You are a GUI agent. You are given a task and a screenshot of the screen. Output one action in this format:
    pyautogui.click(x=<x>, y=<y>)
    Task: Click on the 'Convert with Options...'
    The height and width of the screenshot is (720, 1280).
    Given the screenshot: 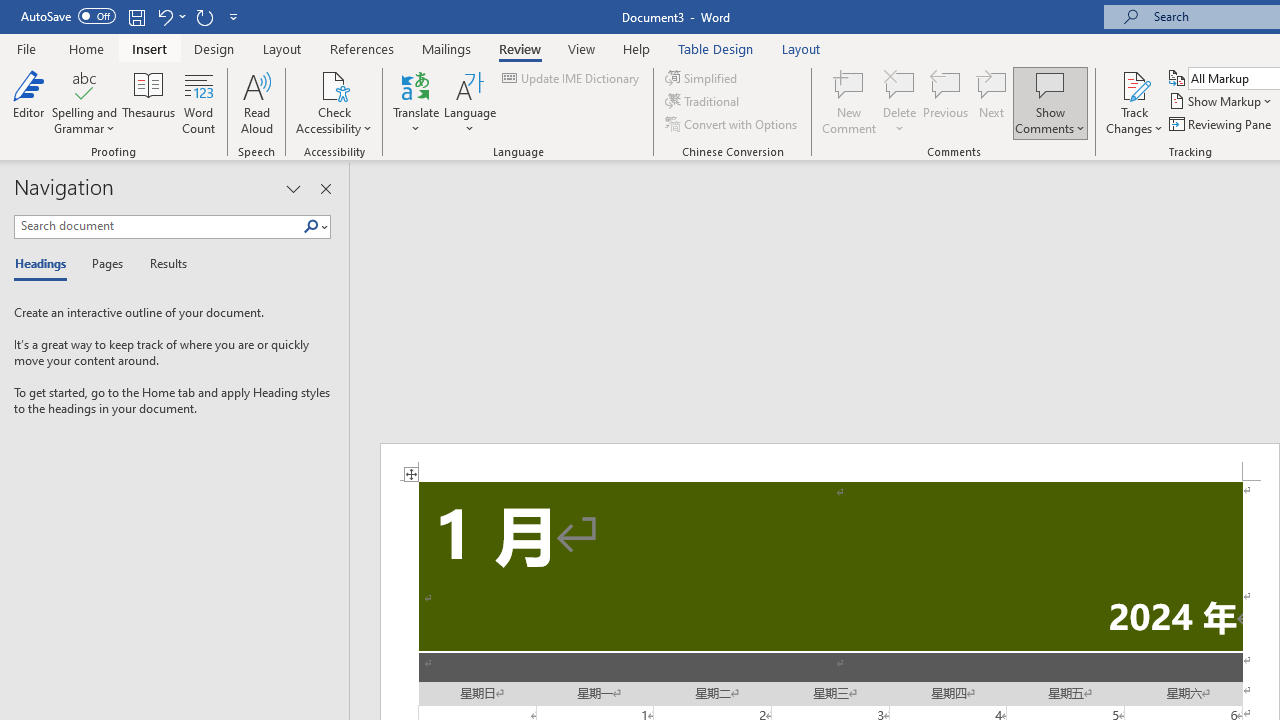 What is the action you would take?
    pyautogui.click(x=731, y=124)
    